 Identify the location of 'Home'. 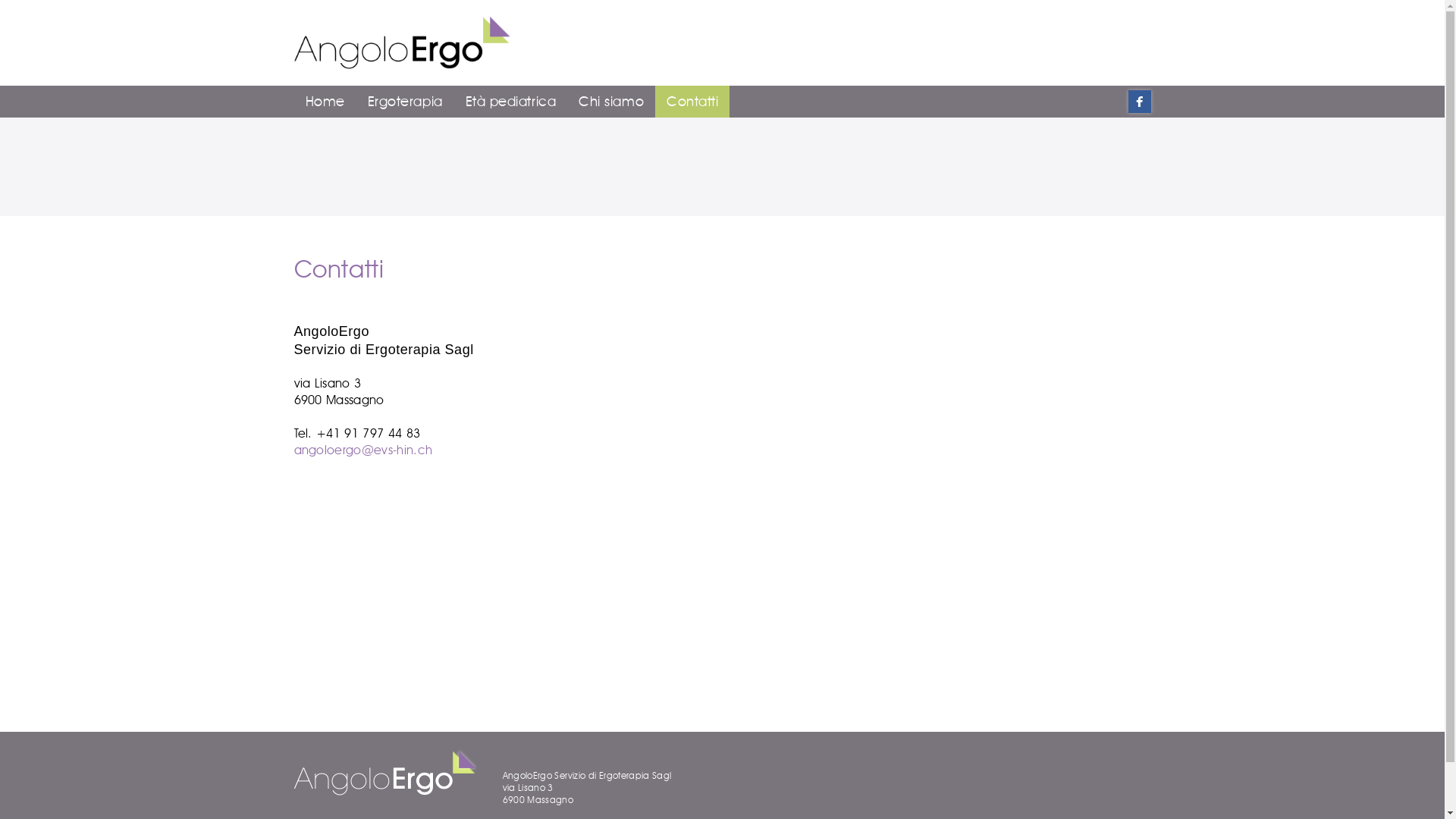
(324, 102).